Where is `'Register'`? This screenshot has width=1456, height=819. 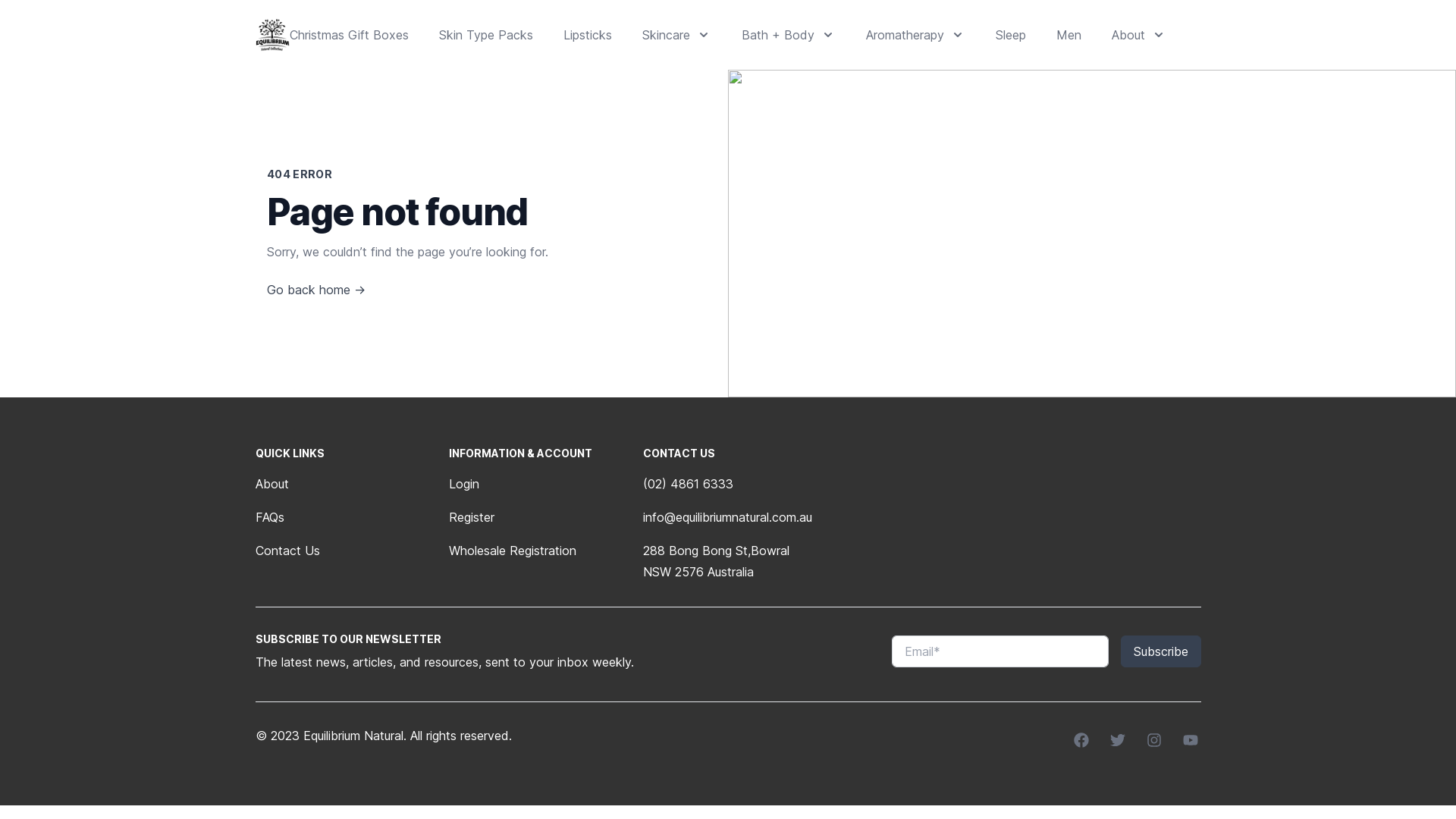 'Register' is located at coordinates (447, 516).